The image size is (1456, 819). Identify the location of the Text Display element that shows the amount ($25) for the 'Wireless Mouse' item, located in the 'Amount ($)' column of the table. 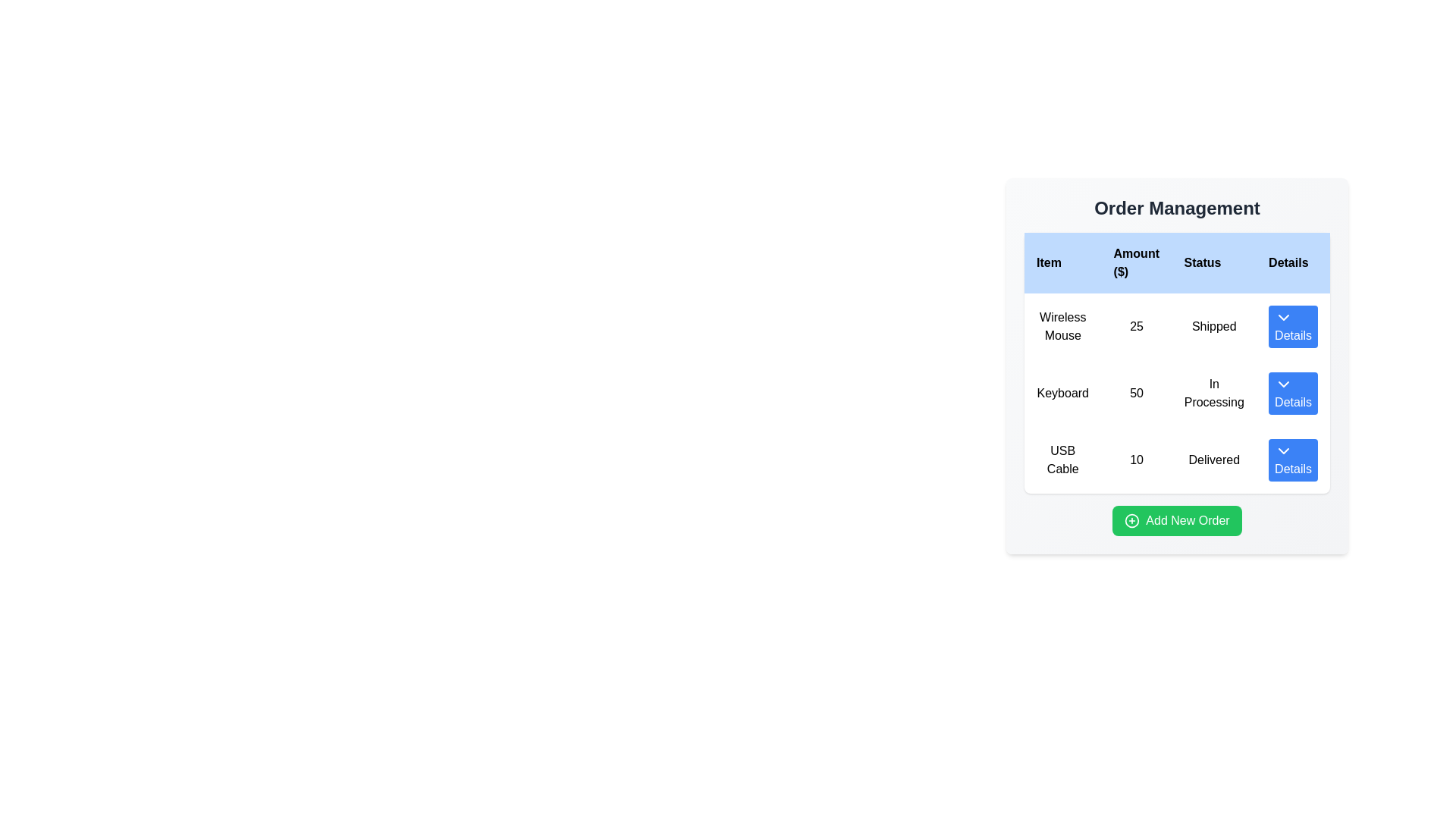
(1136, 326).